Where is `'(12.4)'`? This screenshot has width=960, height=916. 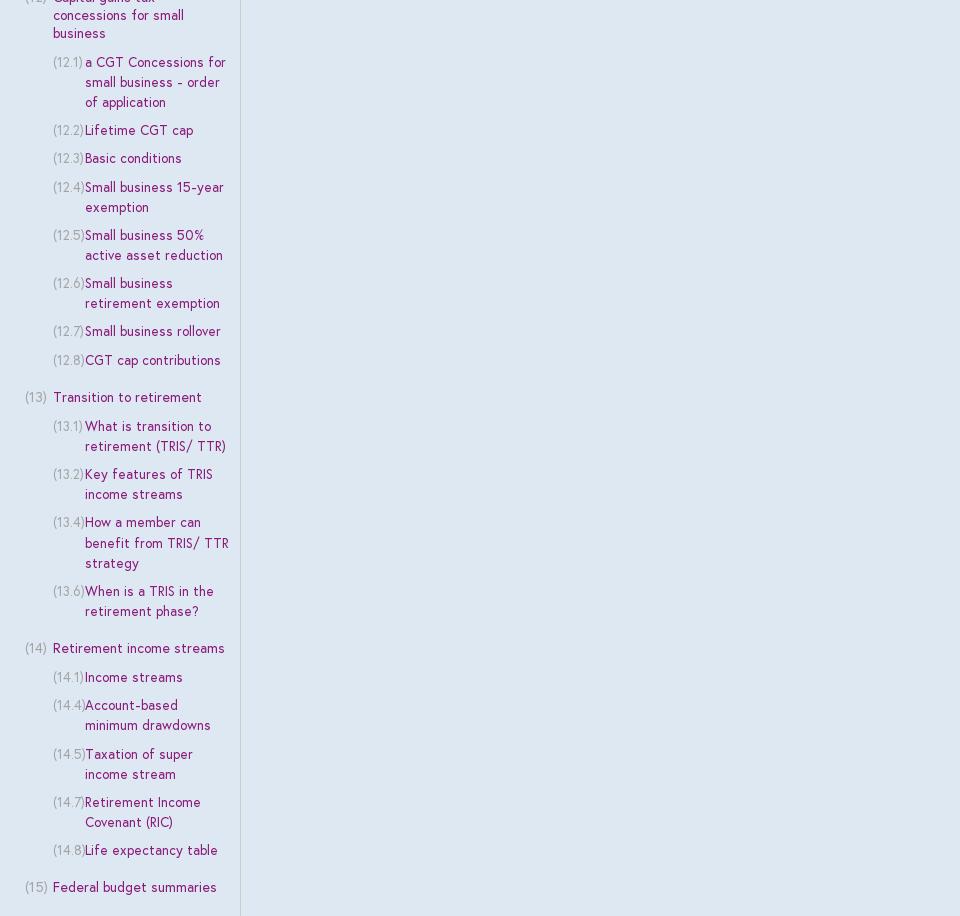
'(12.4)' is located at coordinates (67, 185).